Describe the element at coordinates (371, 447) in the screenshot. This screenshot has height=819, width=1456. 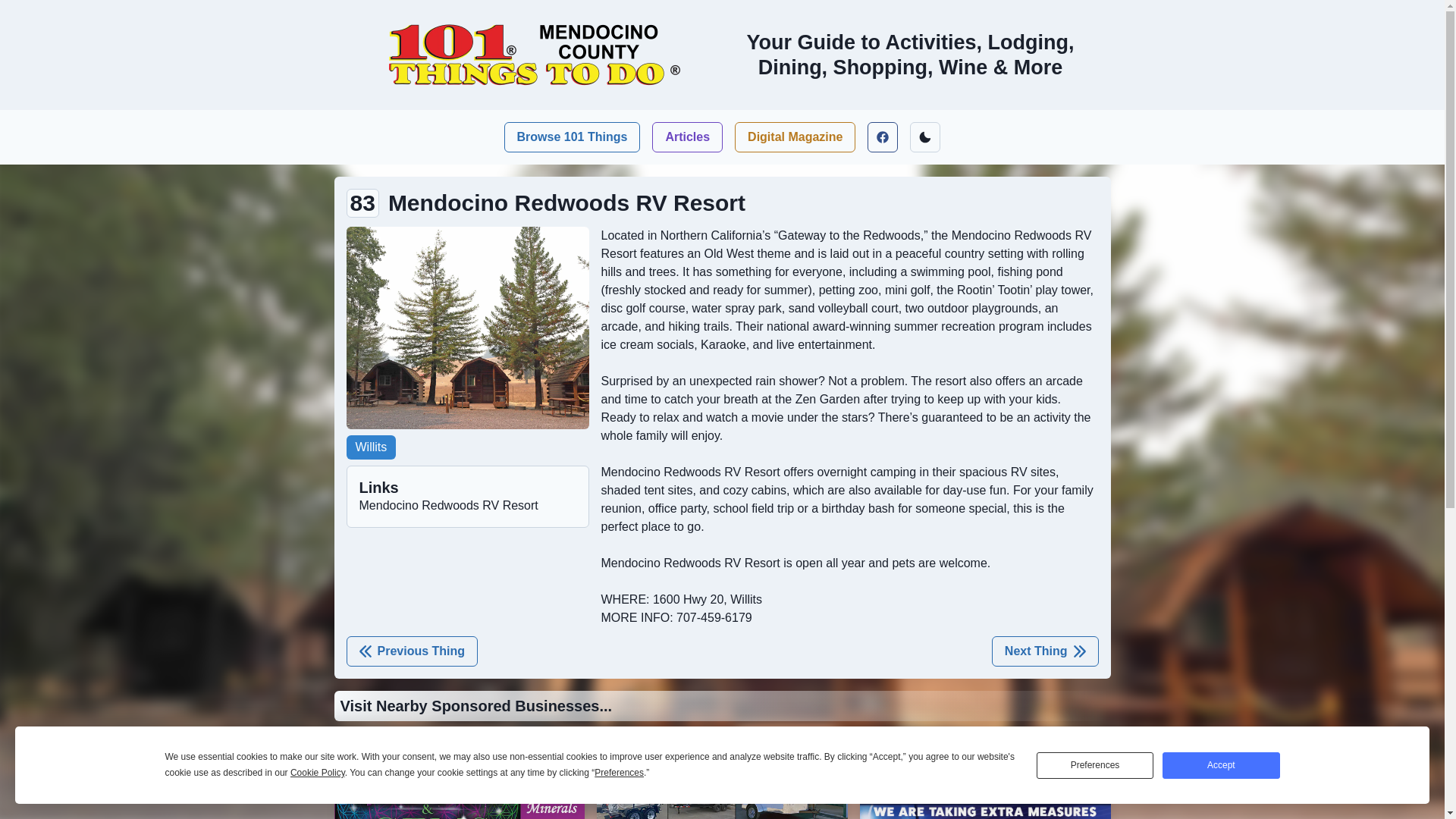
I see `'Willits'` at that location.